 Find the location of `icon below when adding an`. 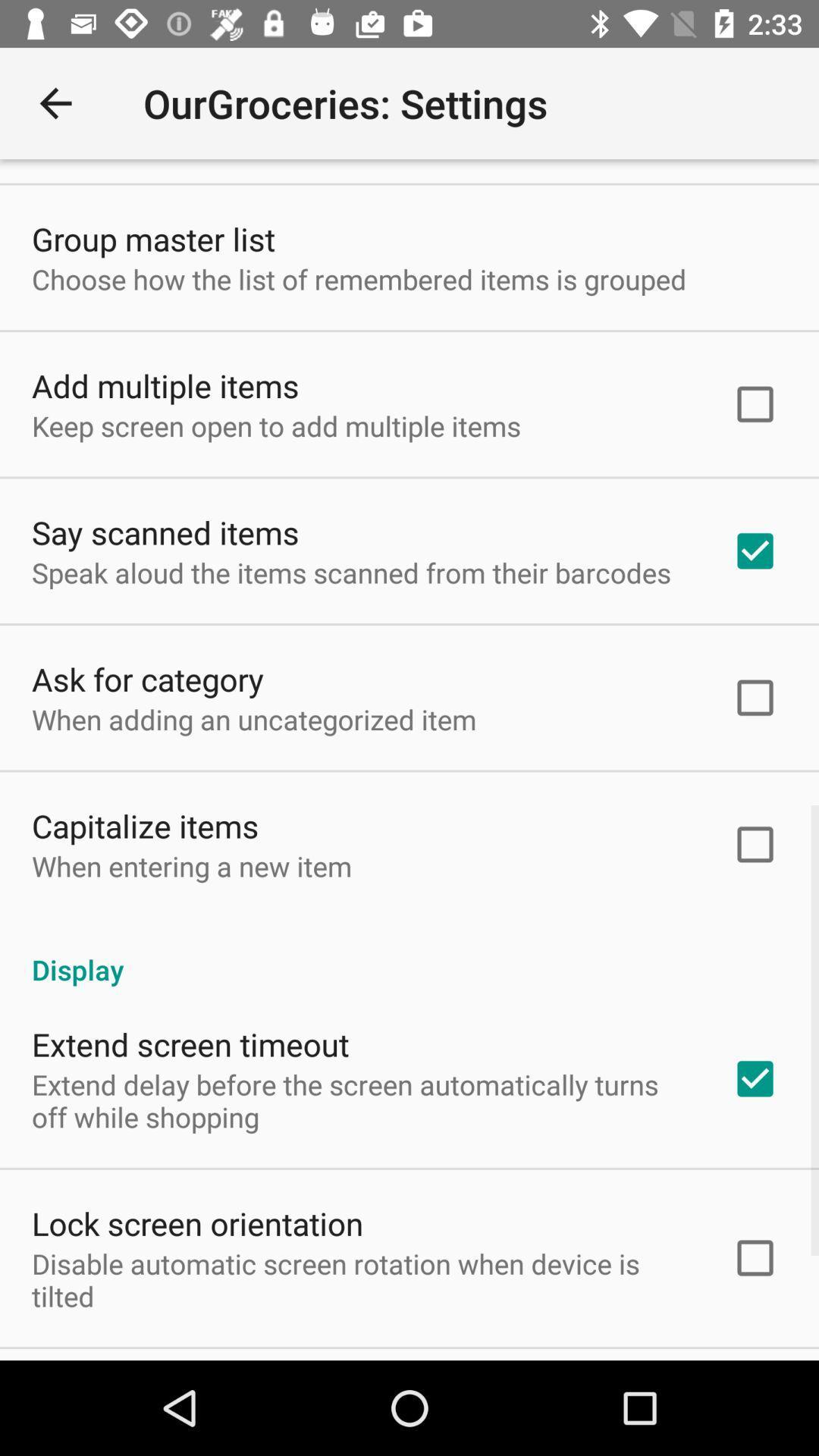

icon below when adding an is located at coordinates (145, 825).